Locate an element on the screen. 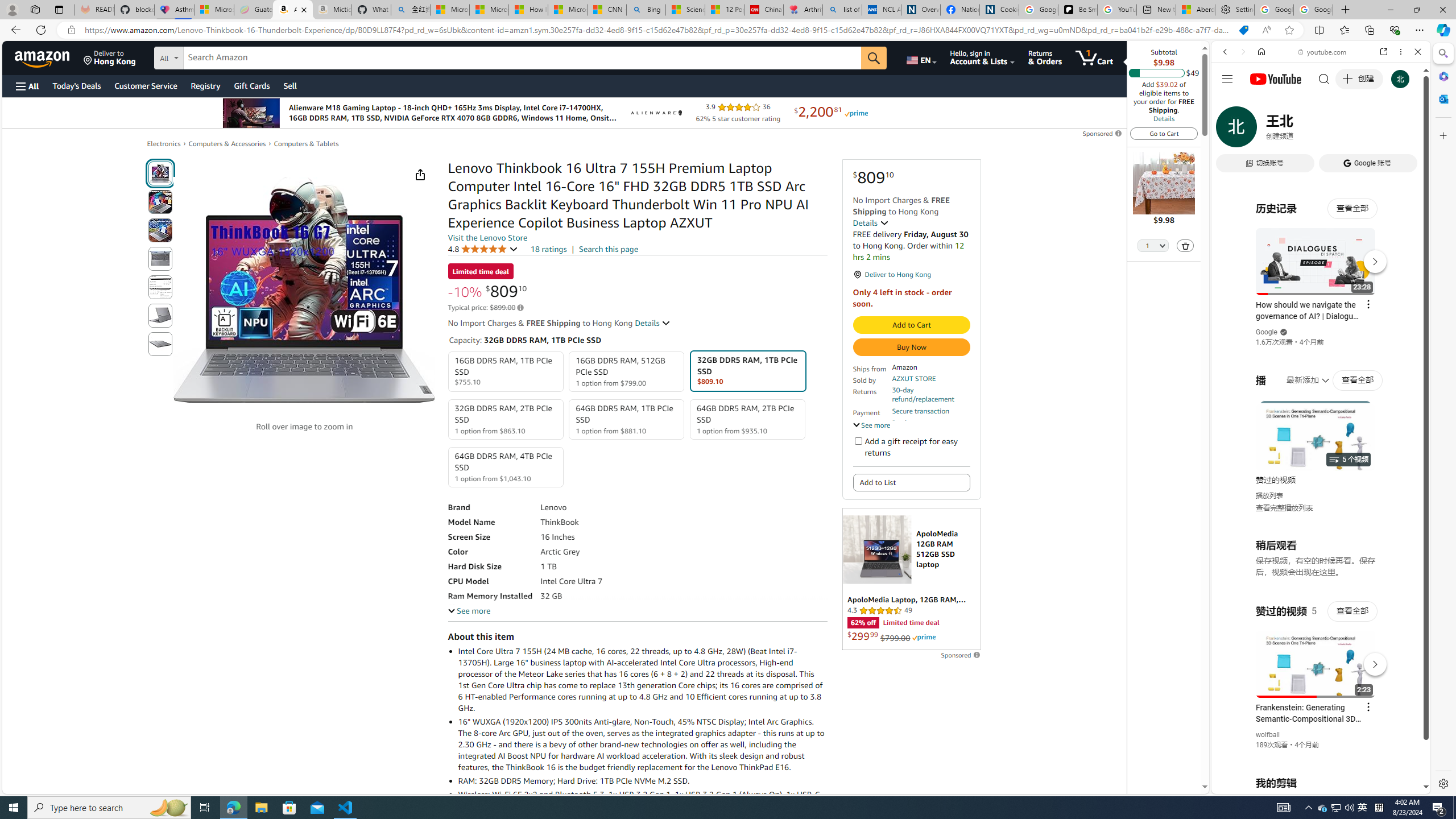 The image size is (1456, 819). 'Details ' is located at coordinates (652, 322).